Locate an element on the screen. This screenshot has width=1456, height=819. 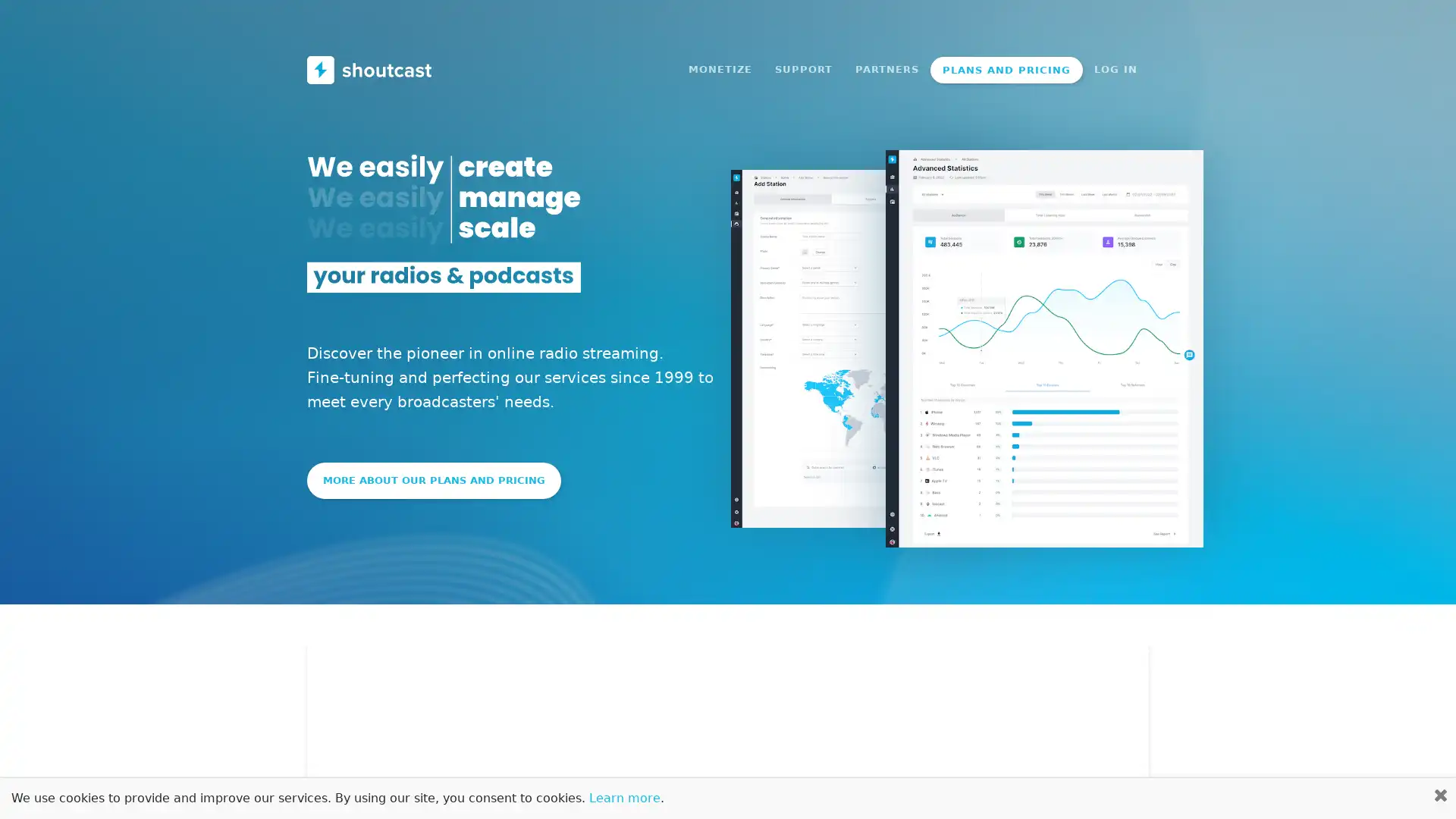
Close is located at coordinates (1429, 20).